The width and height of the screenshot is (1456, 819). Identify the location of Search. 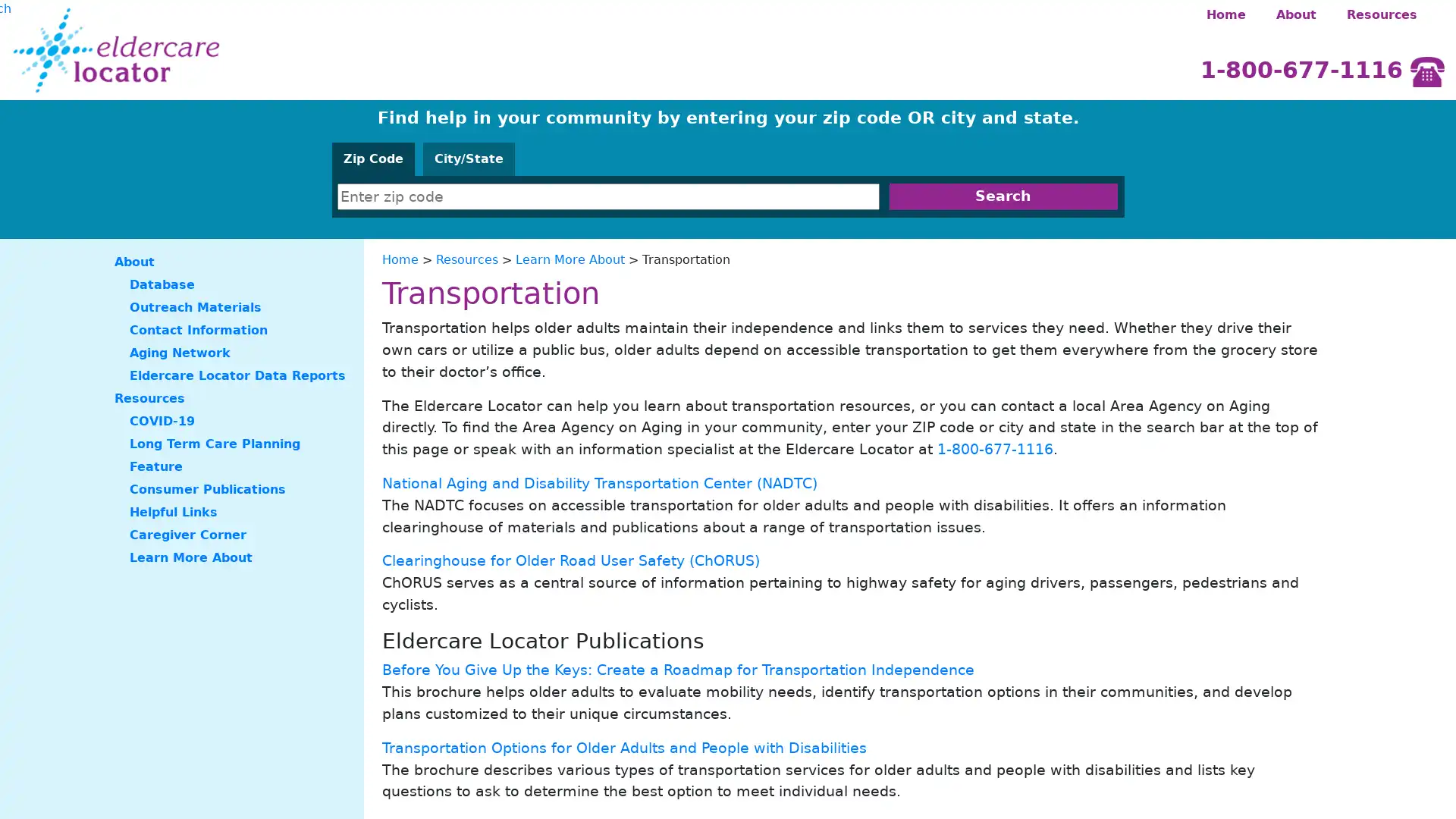
(1003, 196).